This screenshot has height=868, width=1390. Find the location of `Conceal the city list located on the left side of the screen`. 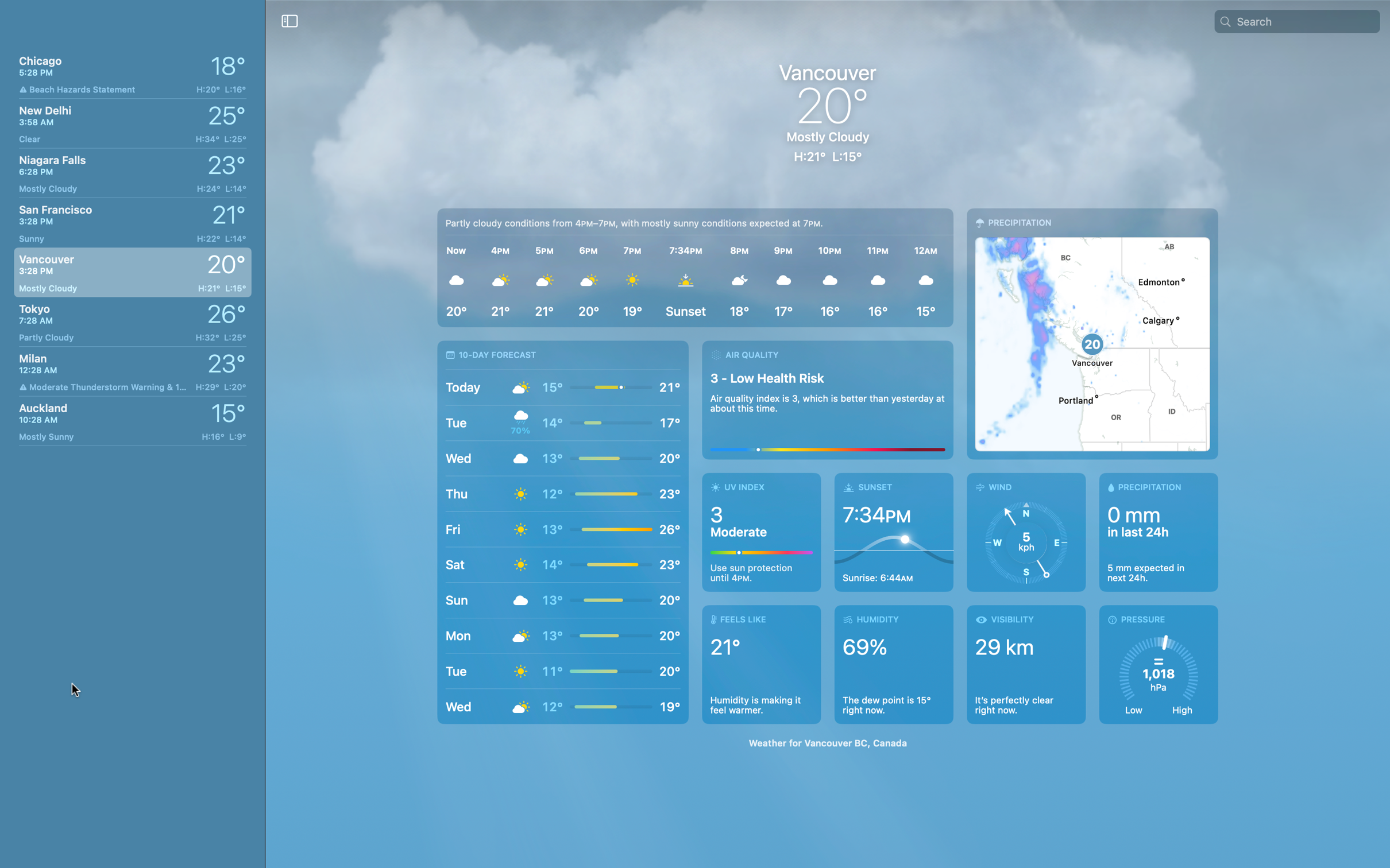

Conceal the city list located on the left side of the screen is located at coordinates (289, 20).